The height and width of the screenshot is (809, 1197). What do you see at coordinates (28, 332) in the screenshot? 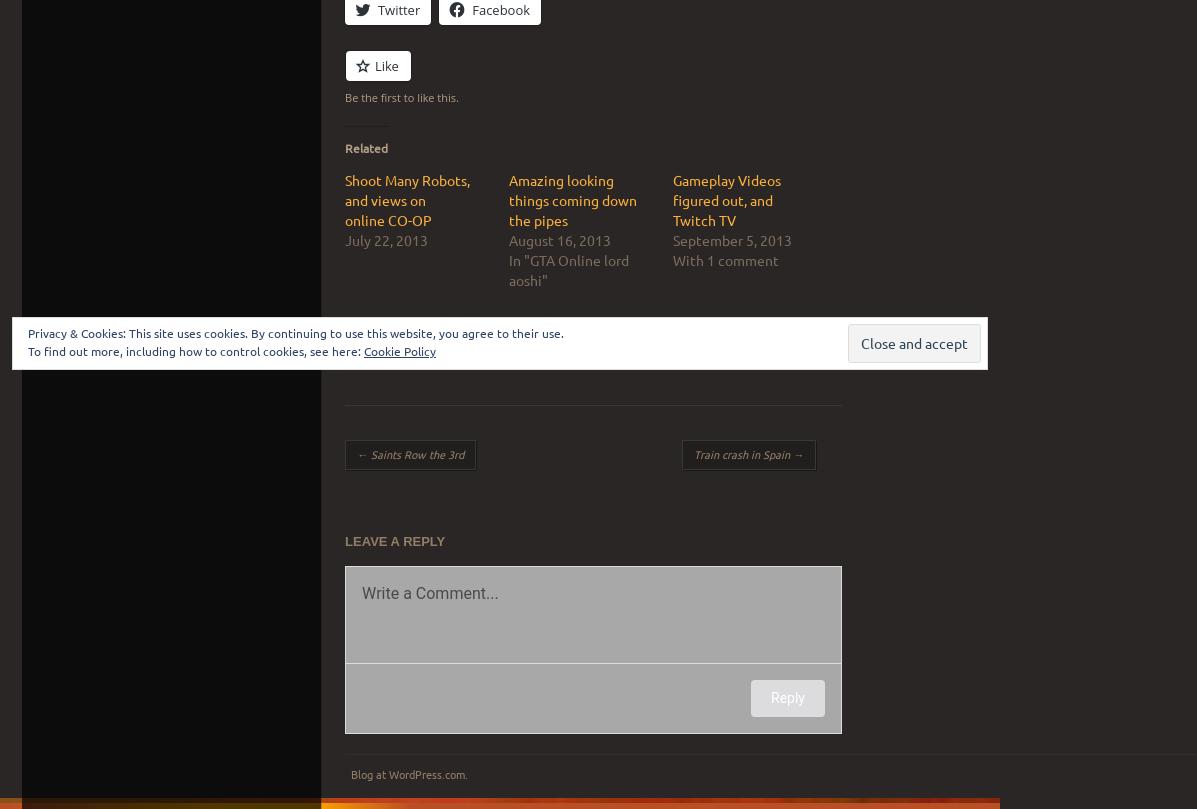
I see `'Privacy & Cookies: This site uses cookies. By continuing to use this website, you agree to their use.'` at bounding box center [28, 332].